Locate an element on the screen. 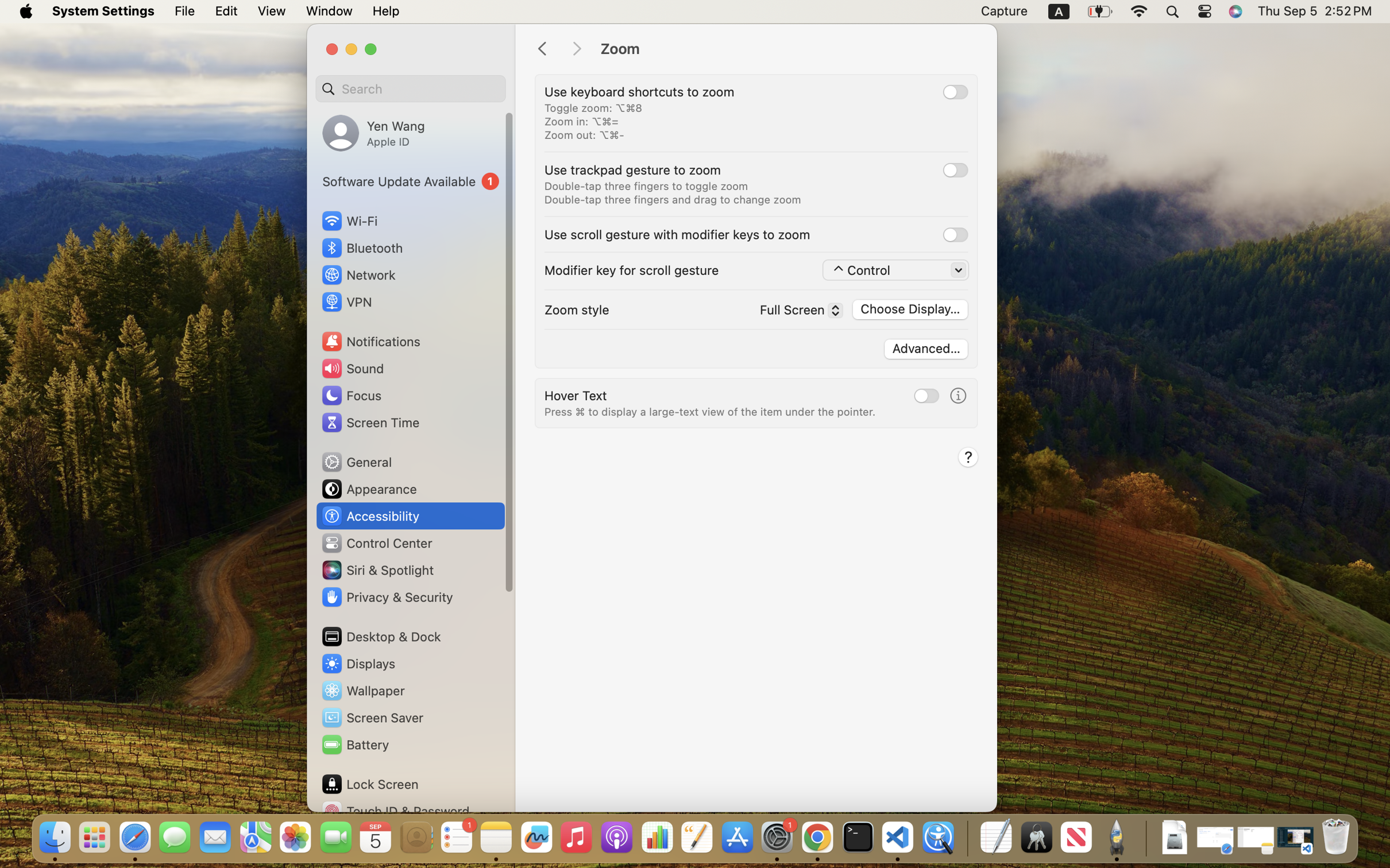 The width and height of the screenshot is (1390, 868). 'Hover Text' is located at coordinates (576, 394).